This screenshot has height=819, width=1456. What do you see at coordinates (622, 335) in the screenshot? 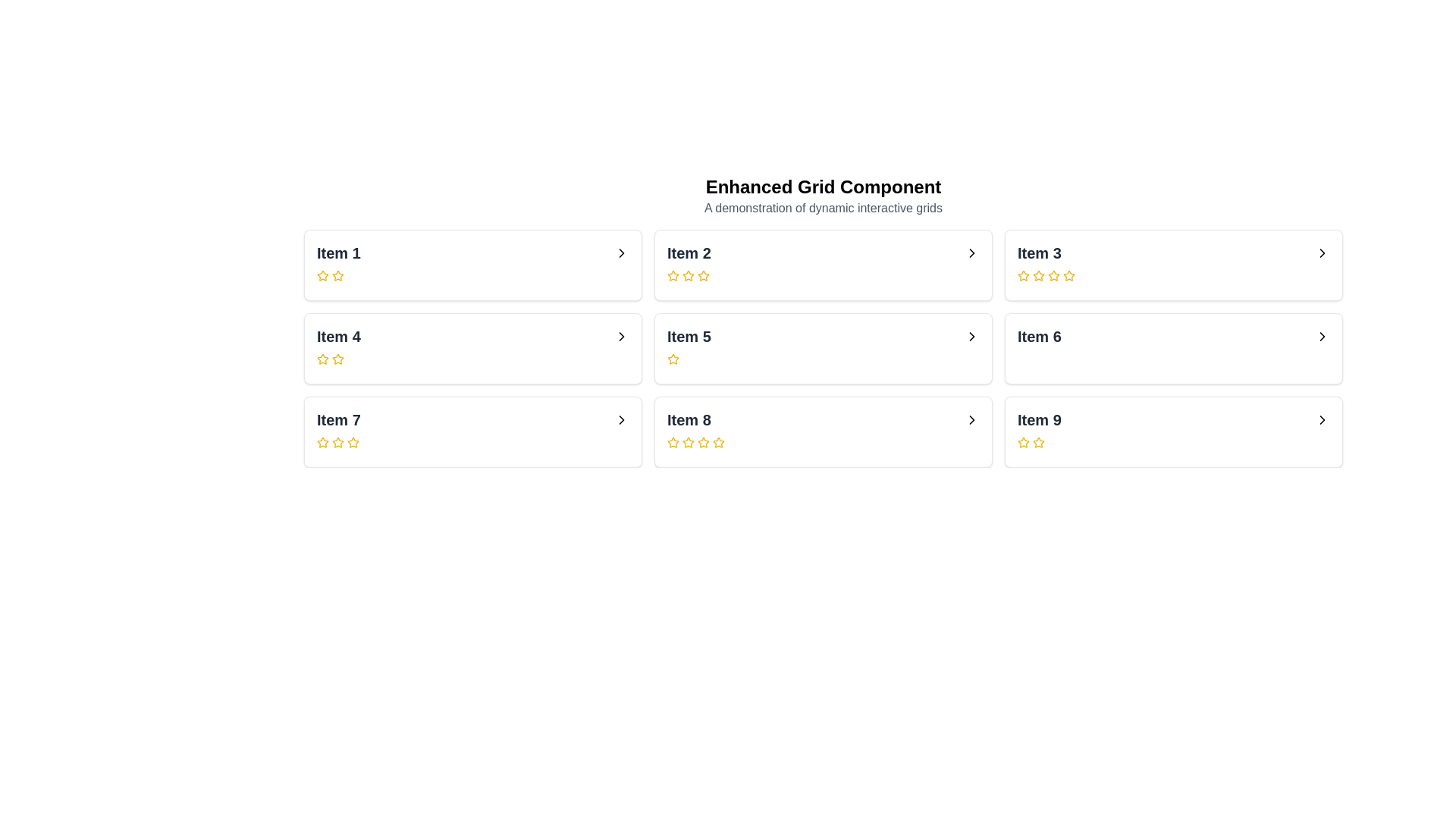
I see `the chevron icon located at the far-right section of the card labeled 'Item 4'` at bounding box center [622, 335].